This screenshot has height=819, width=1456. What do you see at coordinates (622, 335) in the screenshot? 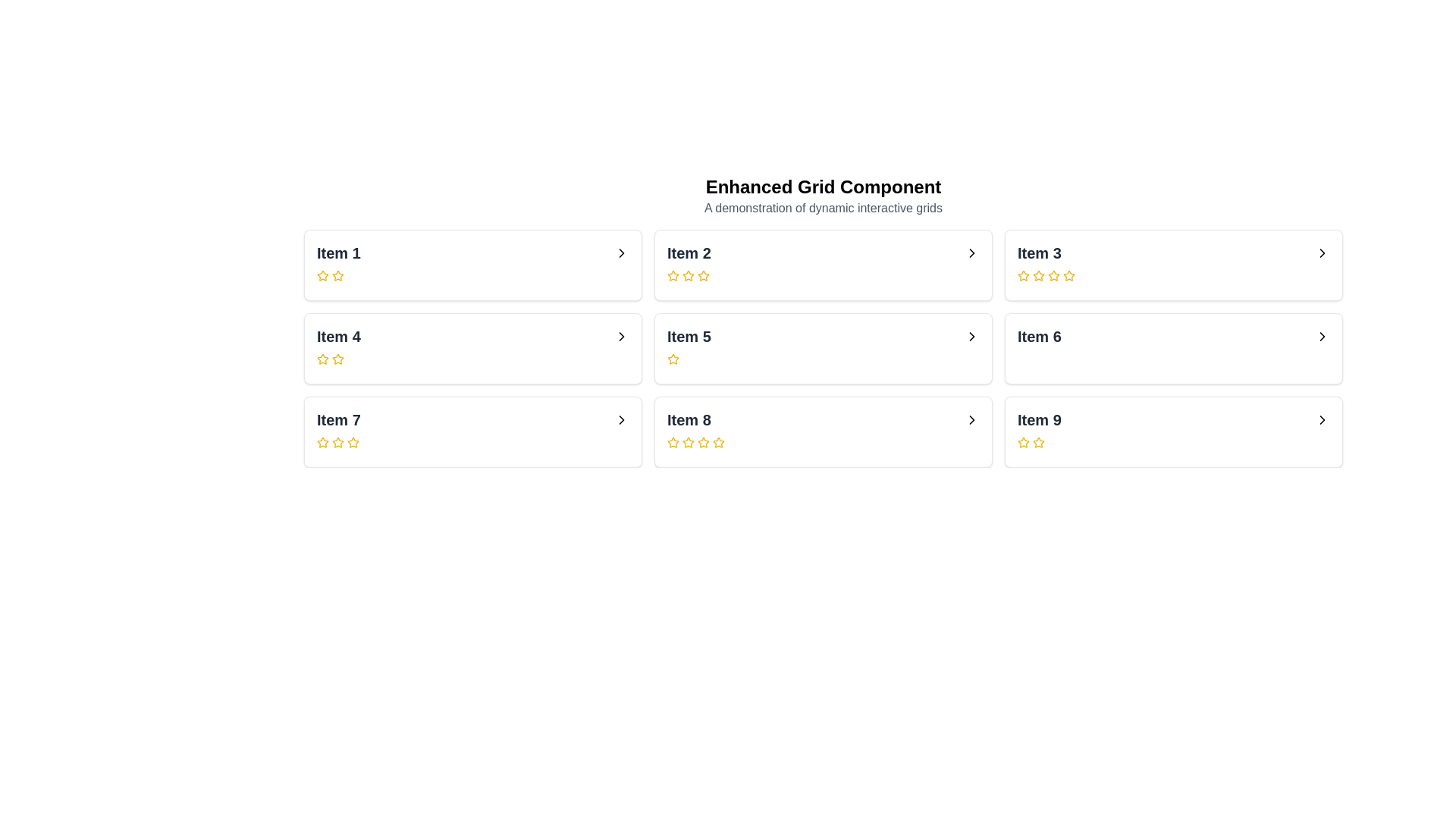
I see `the chevron icon located at the far-right section of the card labeled 'Item 4'` at bounding box center [622, 335].